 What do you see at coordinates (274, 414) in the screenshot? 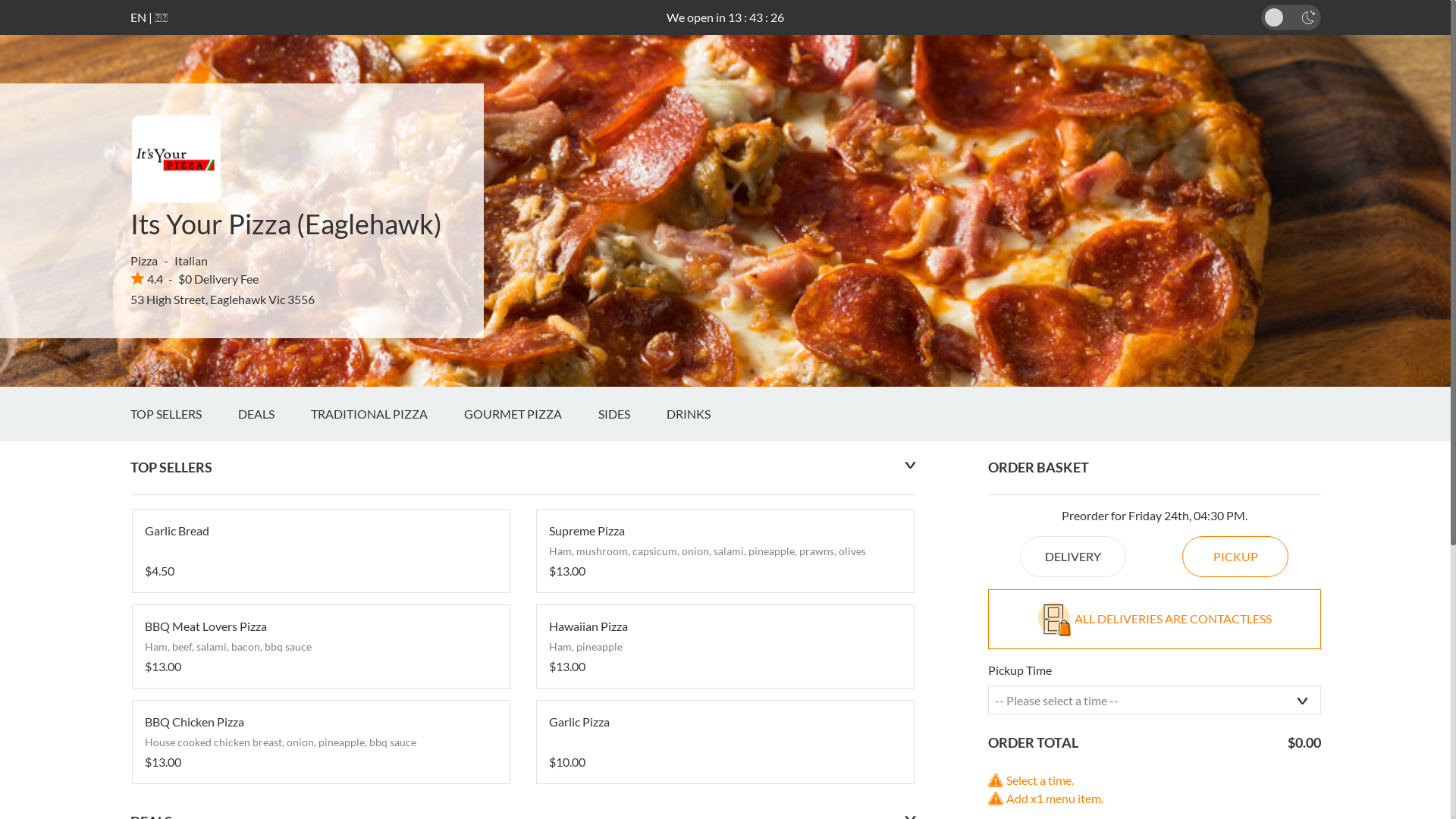
I see `'DEALS'` at bounding box center [274, 414].